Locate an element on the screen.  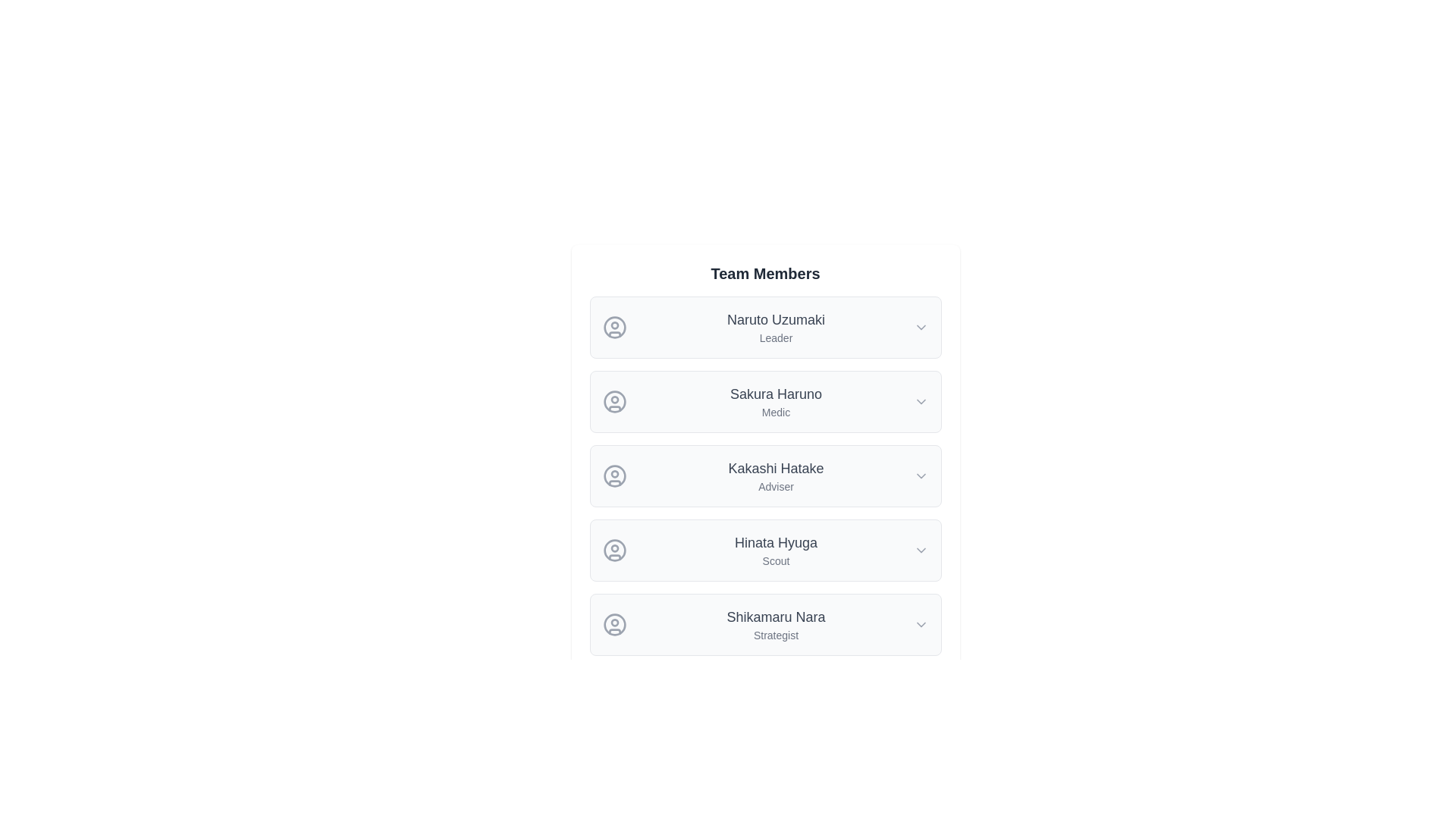
the downward-pointing arrow icon on the right side of the 'Sakura Haruno' and 'Medic' box is located at coordinates (920, 400).